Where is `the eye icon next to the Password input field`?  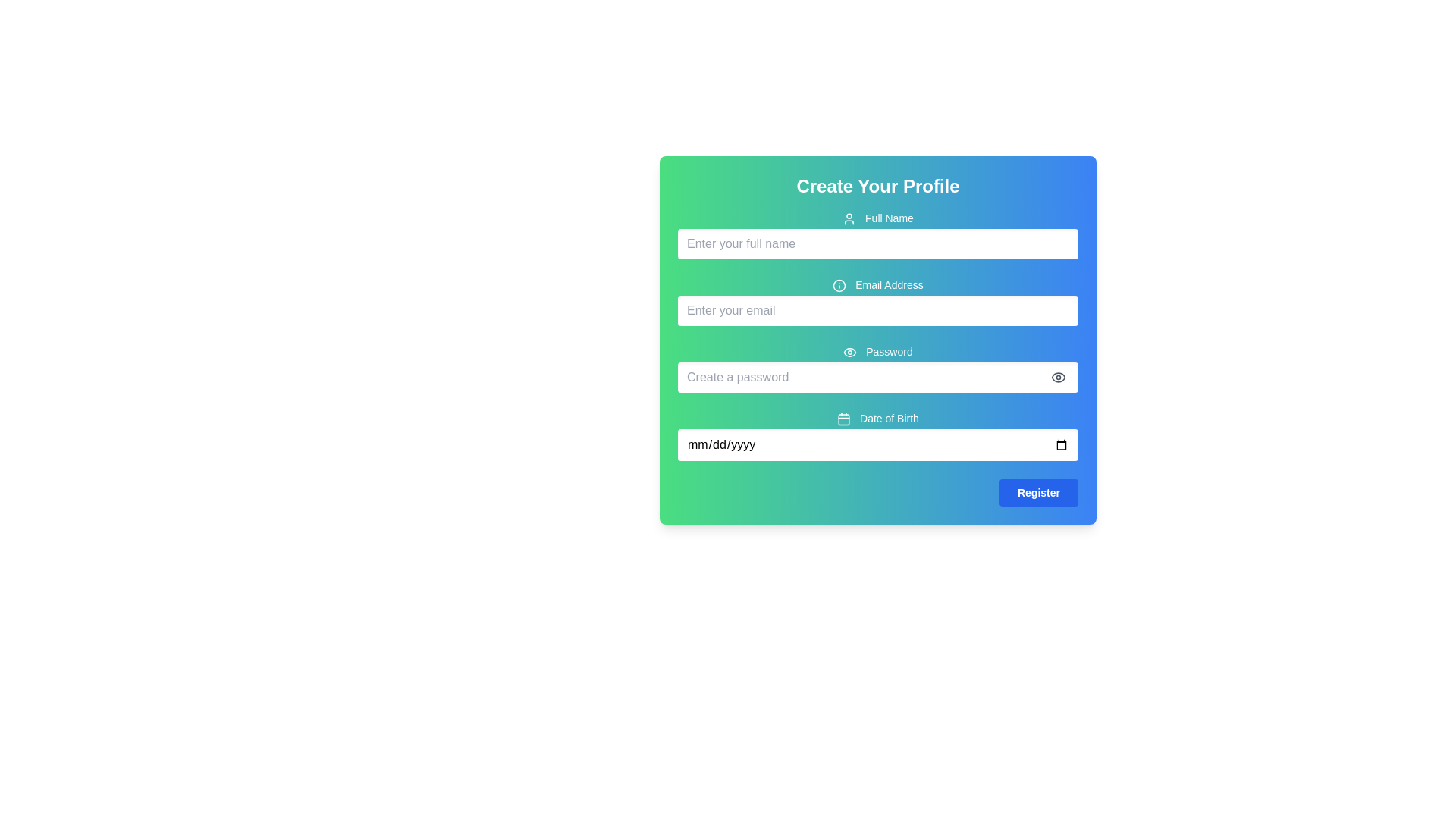 the eye icon next to the Password input field is located at coordinates (877, 369).